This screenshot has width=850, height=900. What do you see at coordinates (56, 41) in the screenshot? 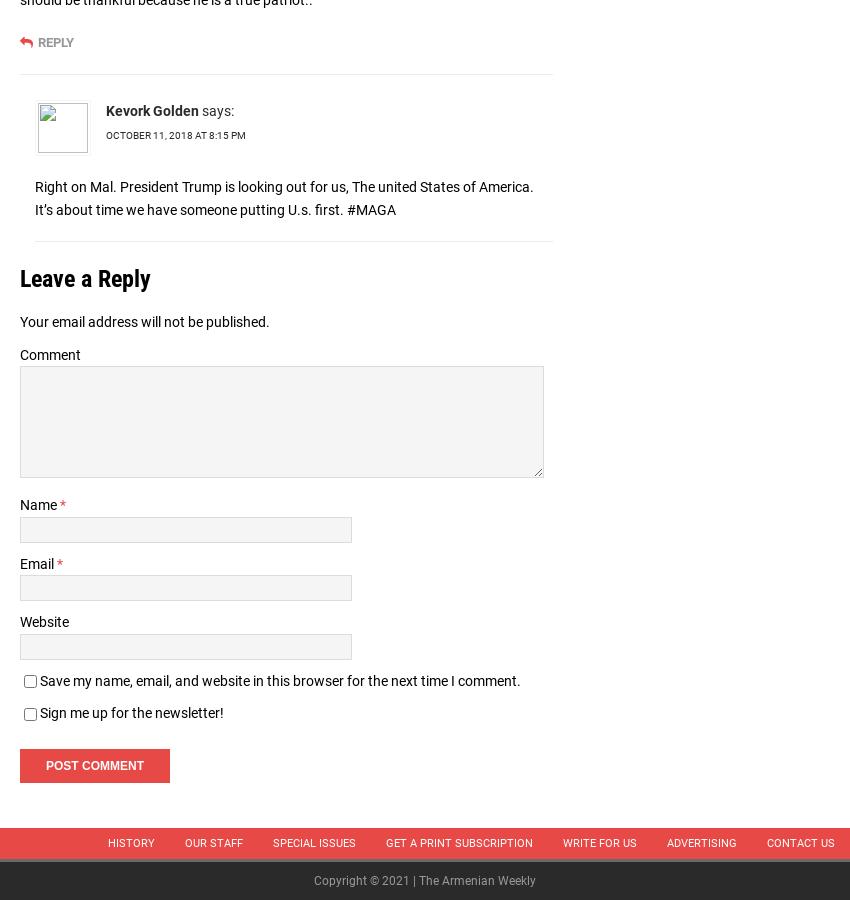
I see `'Reply'` at bounding box center [56, 41].